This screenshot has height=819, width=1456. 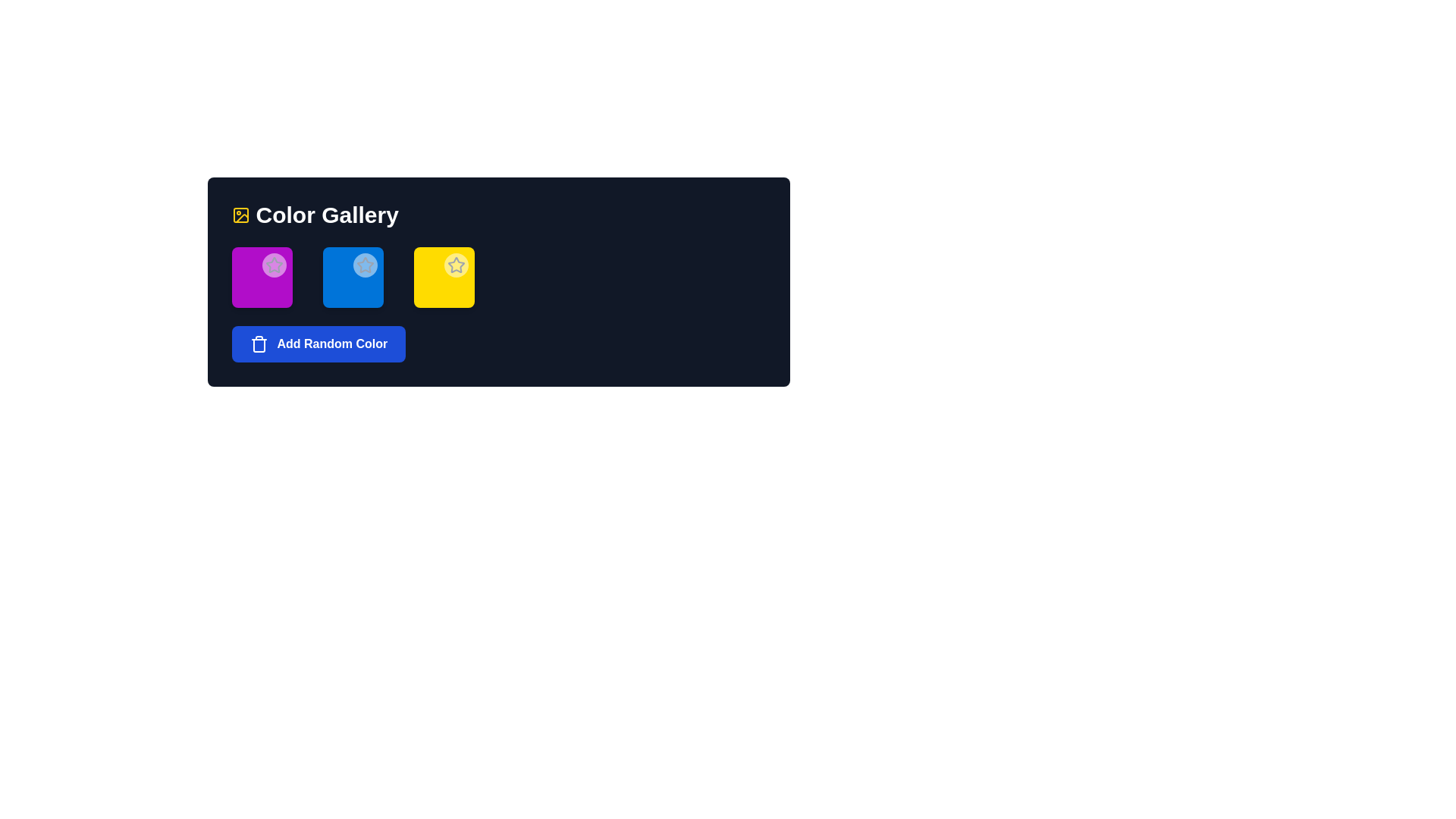 What do you see at coordinates (240, 215) in the screenshot?
I see `the icon representing the 'Color Gallery', which is located to the left of the 'Color Gallery' heading` at bounding box center [240, 215].